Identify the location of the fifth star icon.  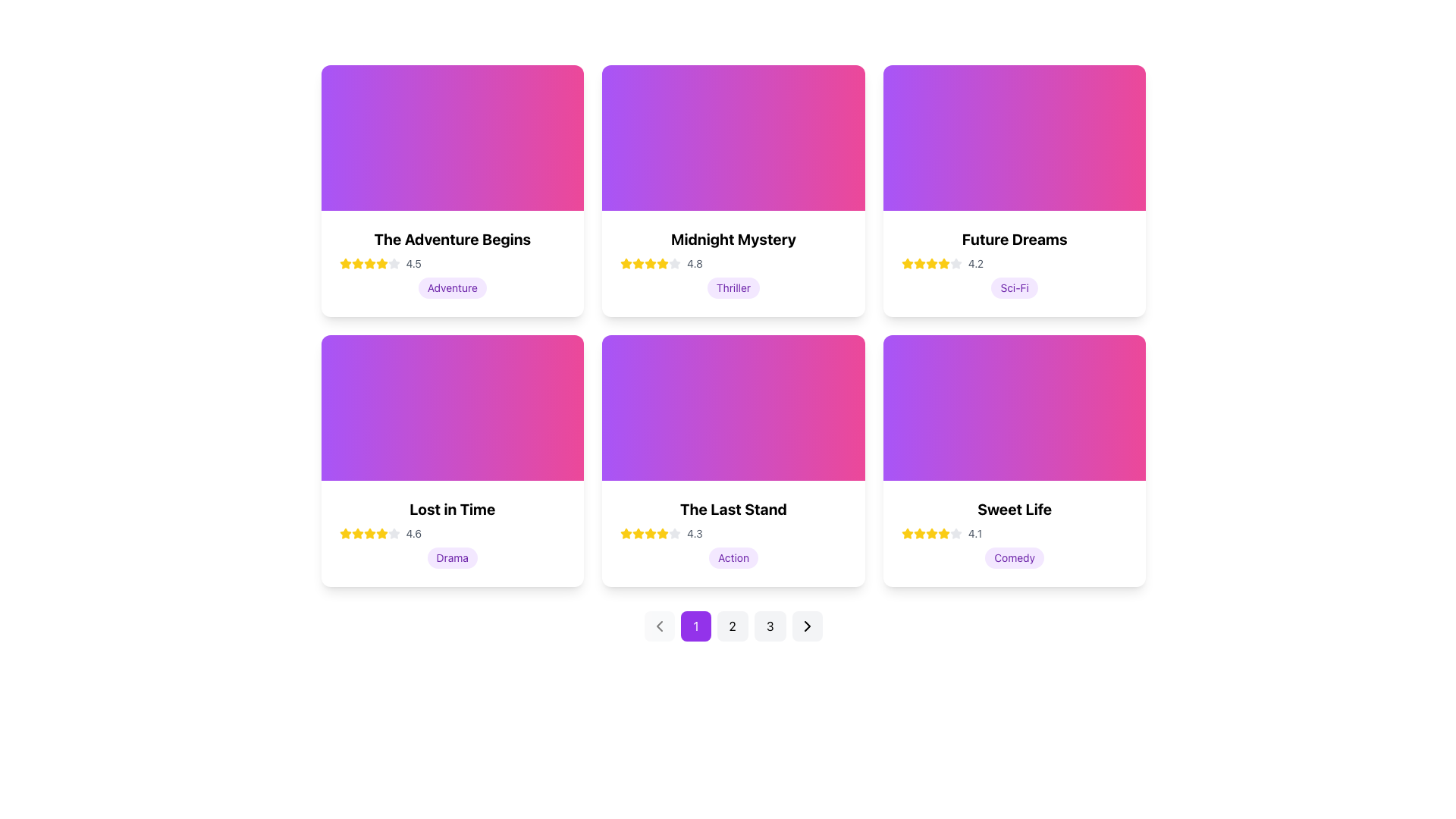
(381, 533).